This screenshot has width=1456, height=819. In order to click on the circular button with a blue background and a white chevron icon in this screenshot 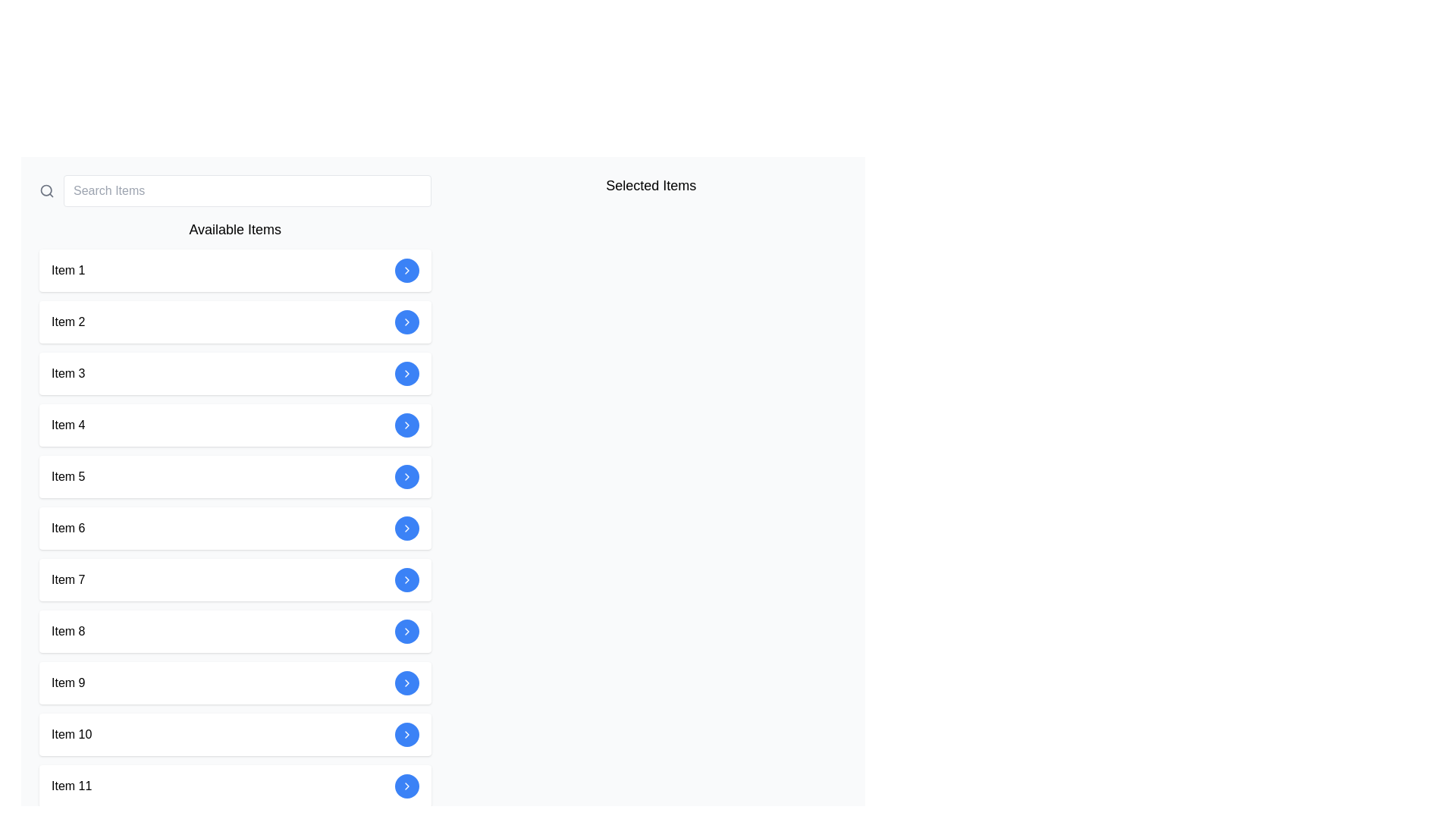, I will do `click(406, 270)`.